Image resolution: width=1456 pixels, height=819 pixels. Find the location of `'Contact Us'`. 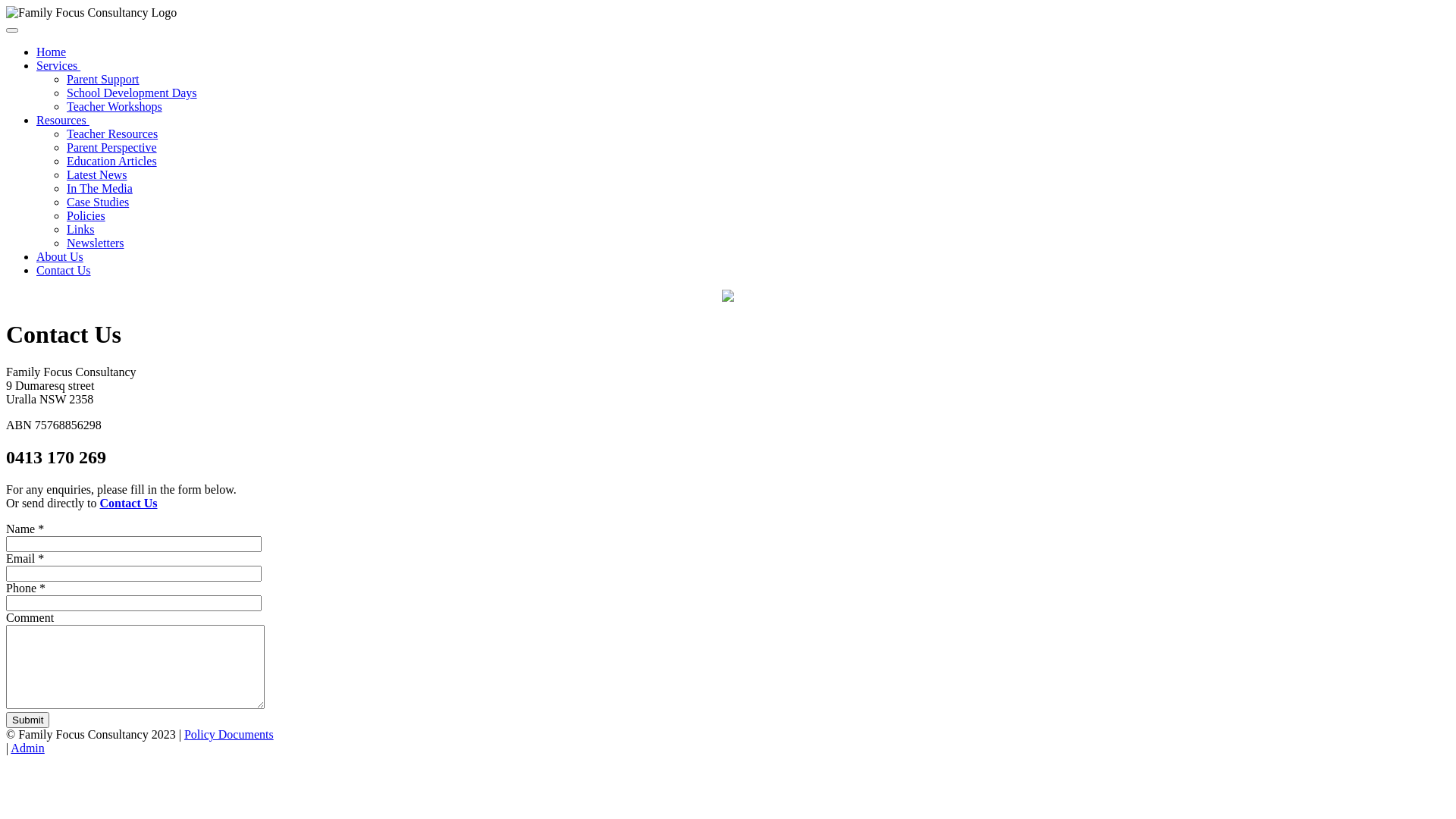

'Contact Us' is located at coordinates (99, 503).